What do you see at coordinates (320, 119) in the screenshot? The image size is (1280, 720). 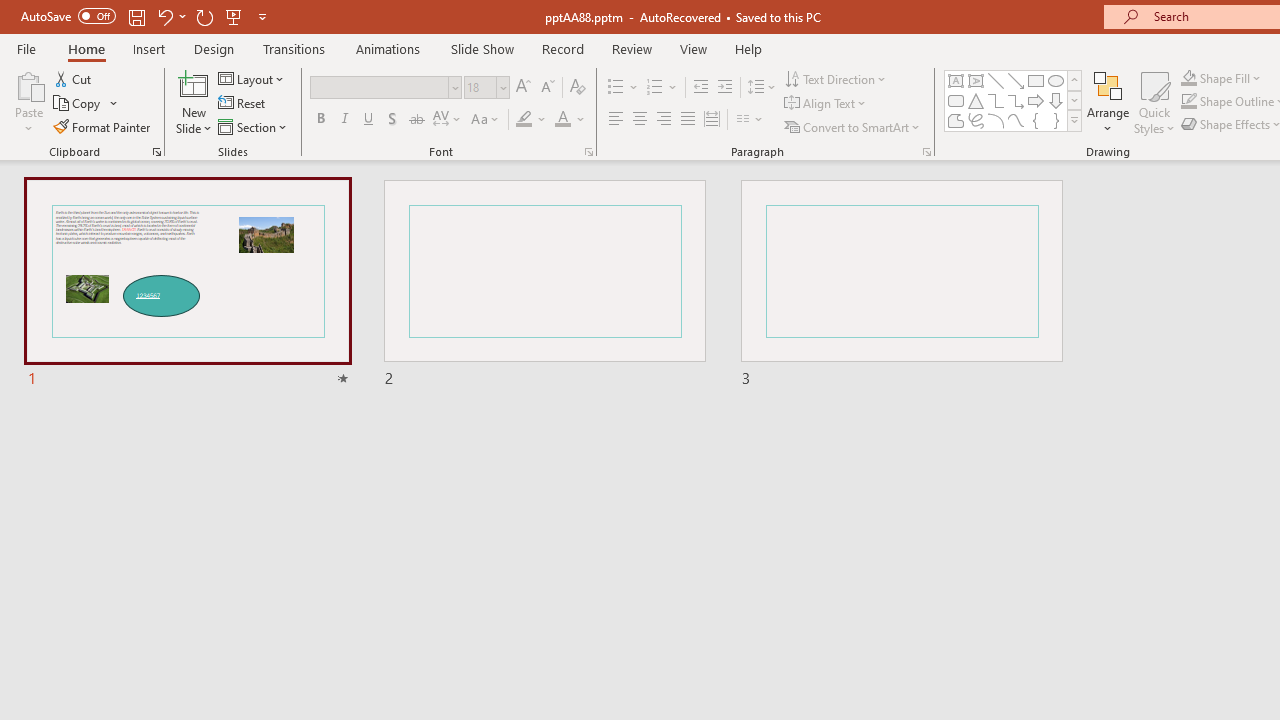 I see `'Bold'` at bounding box center [320, 119].